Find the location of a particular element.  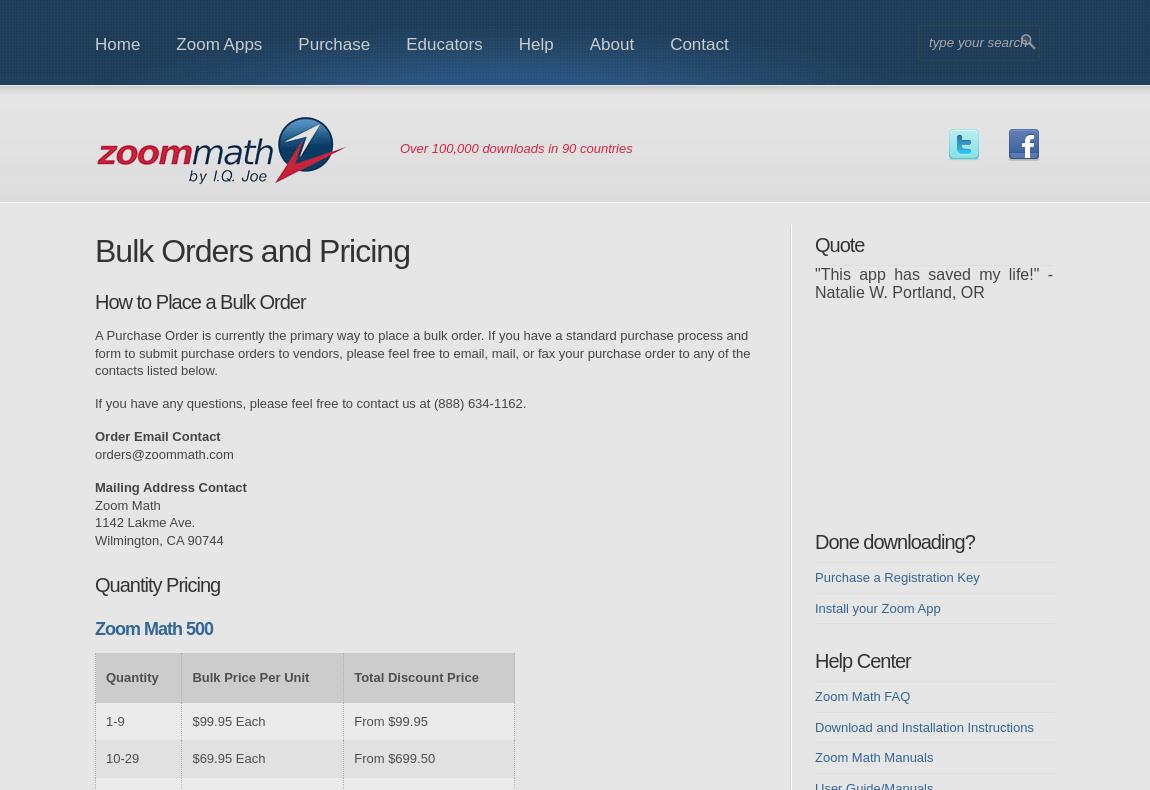

'"We received my son's MCT scores from 10th grade (end of last year). He jumped 3 levels and scored highest in his class." - Kathy J.  Austin, TX' is located at coordinates (934, 308).